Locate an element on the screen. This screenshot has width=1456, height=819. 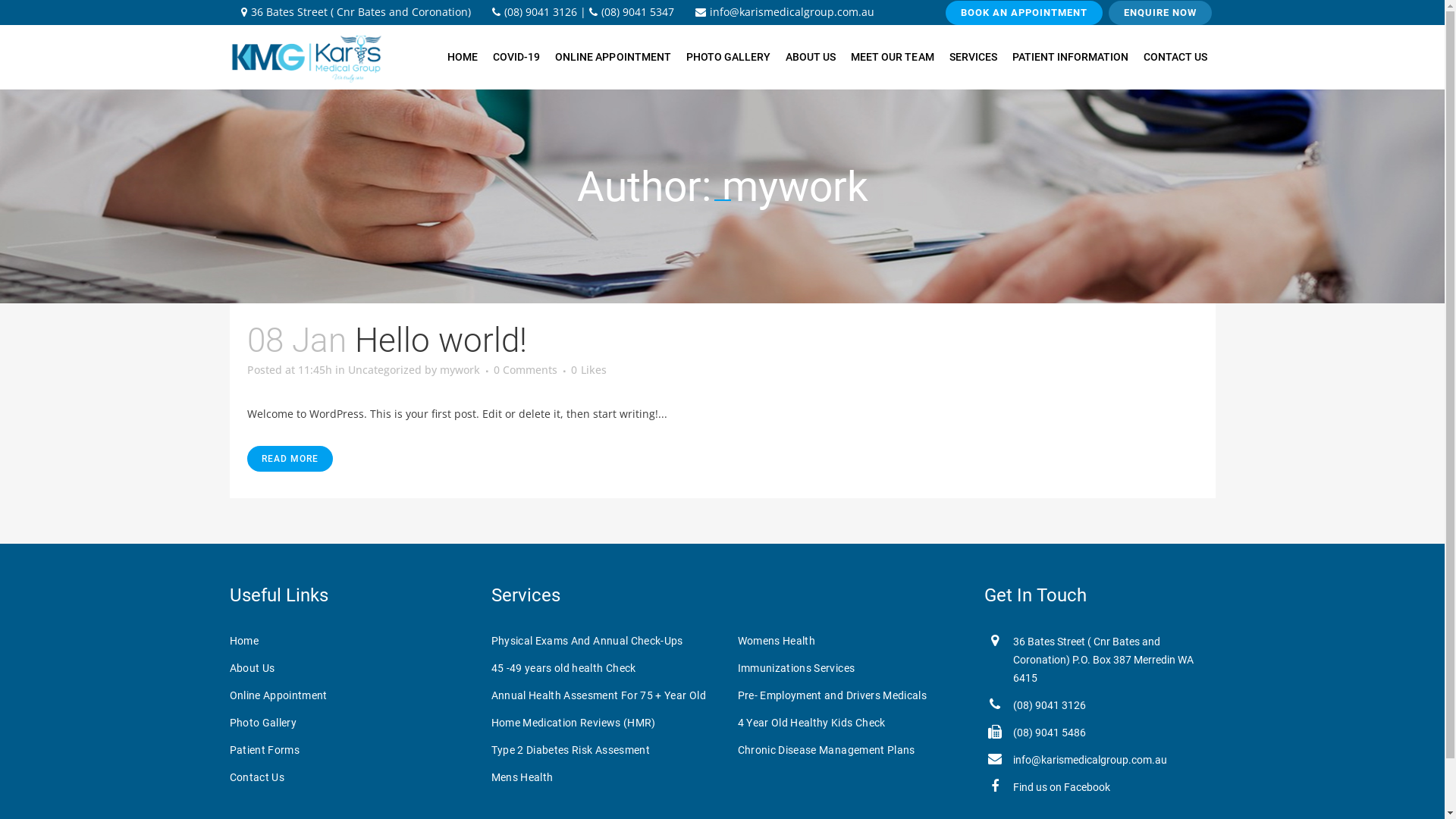
'0 Comments' is located at coordinates (524, 369).